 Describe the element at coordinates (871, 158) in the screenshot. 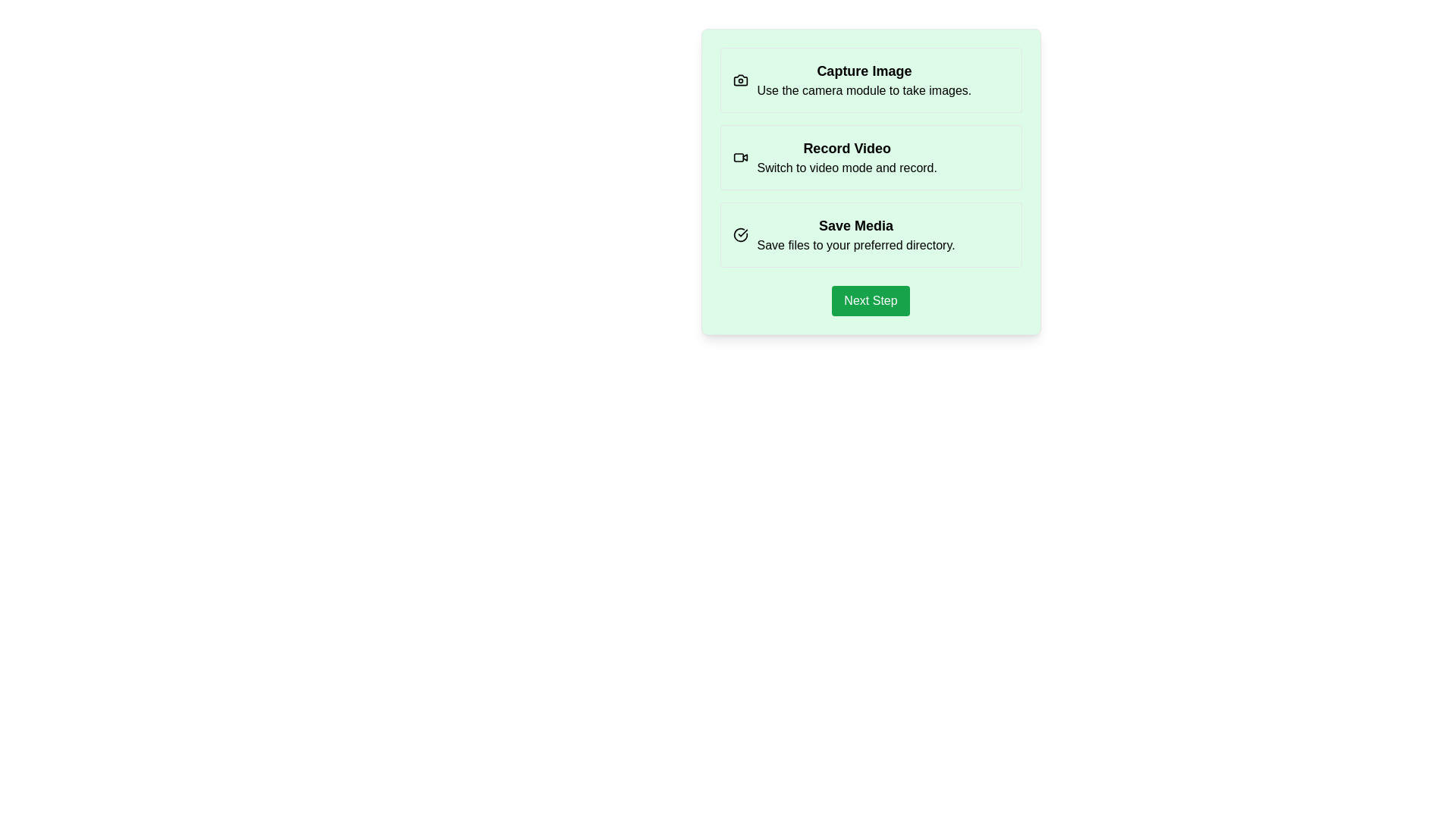

I see `the descriptive text block informing users about the video recording feature, which is positioned between 'Capture Image' and 'Save Media' in the UI` at that location.